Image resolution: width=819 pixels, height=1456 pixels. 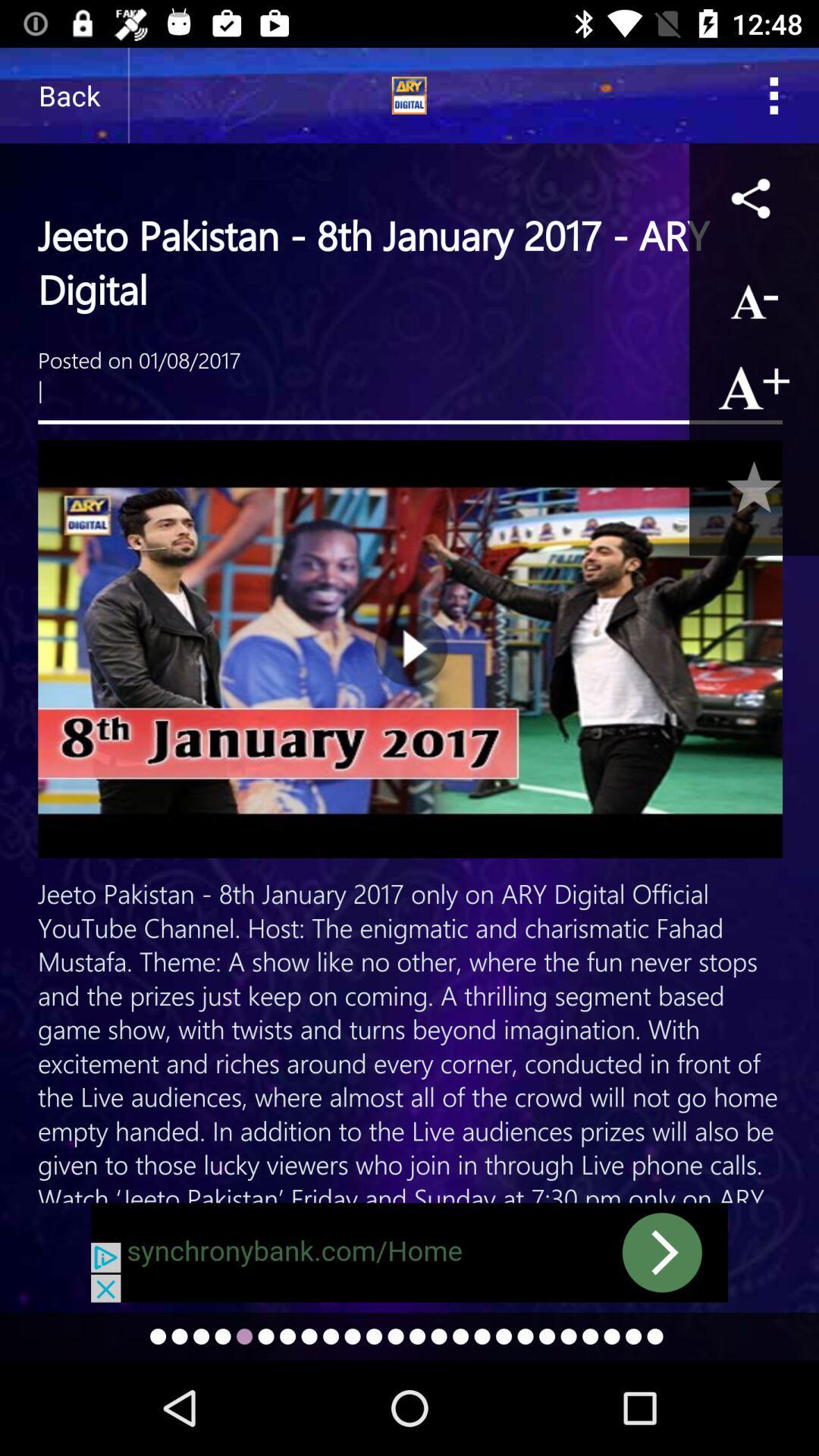 What do you see at coordinates (754, 196) in the screenshot?
I see `share the article` at bounding box center [754, 196].